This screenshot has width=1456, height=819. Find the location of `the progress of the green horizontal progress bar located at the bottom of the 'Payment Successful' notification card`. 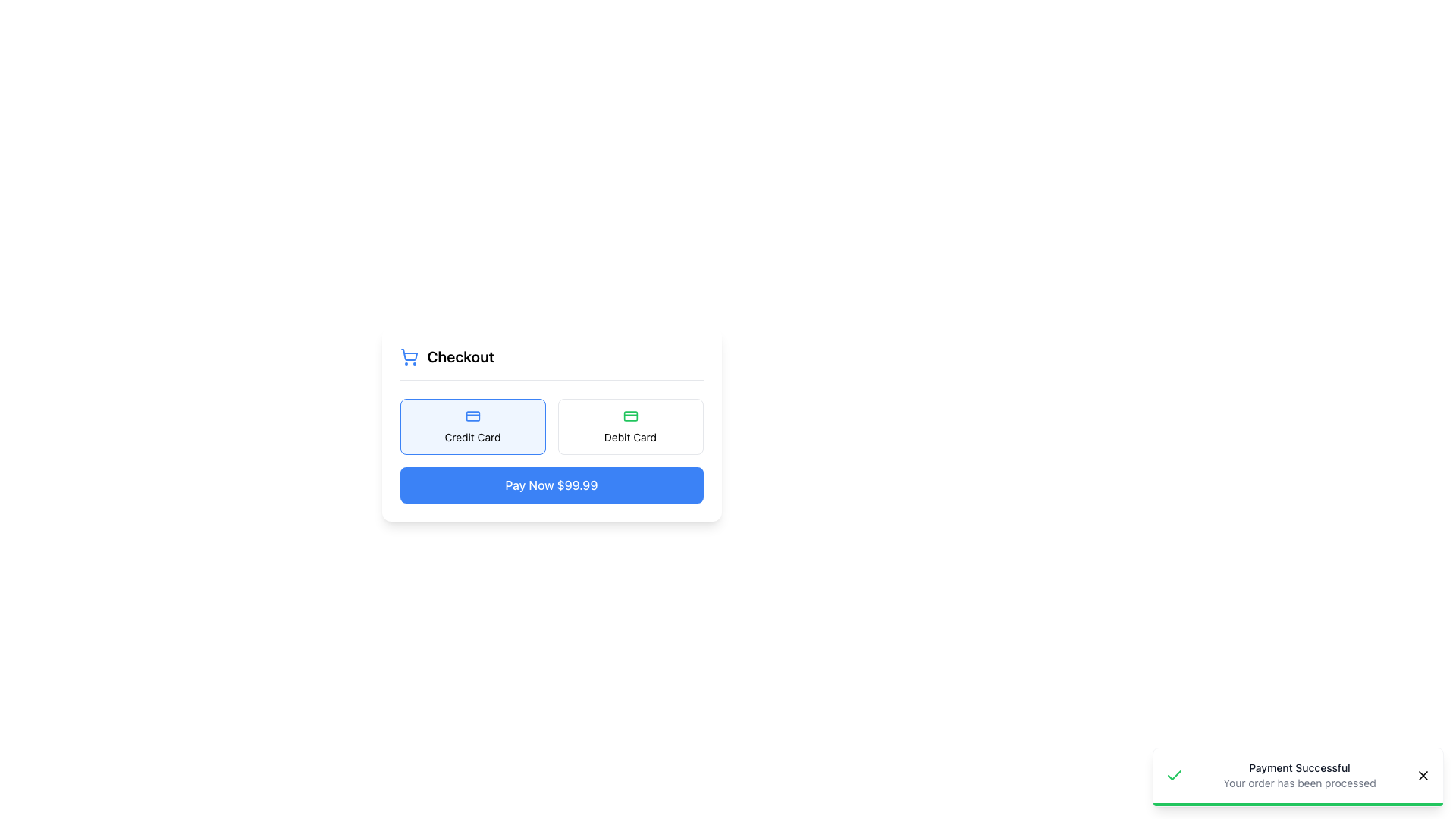

the progress of the green horizontal progress bar located at the bottom of the 'Payment Successful' notification card is located at coordinates (1298, 803).